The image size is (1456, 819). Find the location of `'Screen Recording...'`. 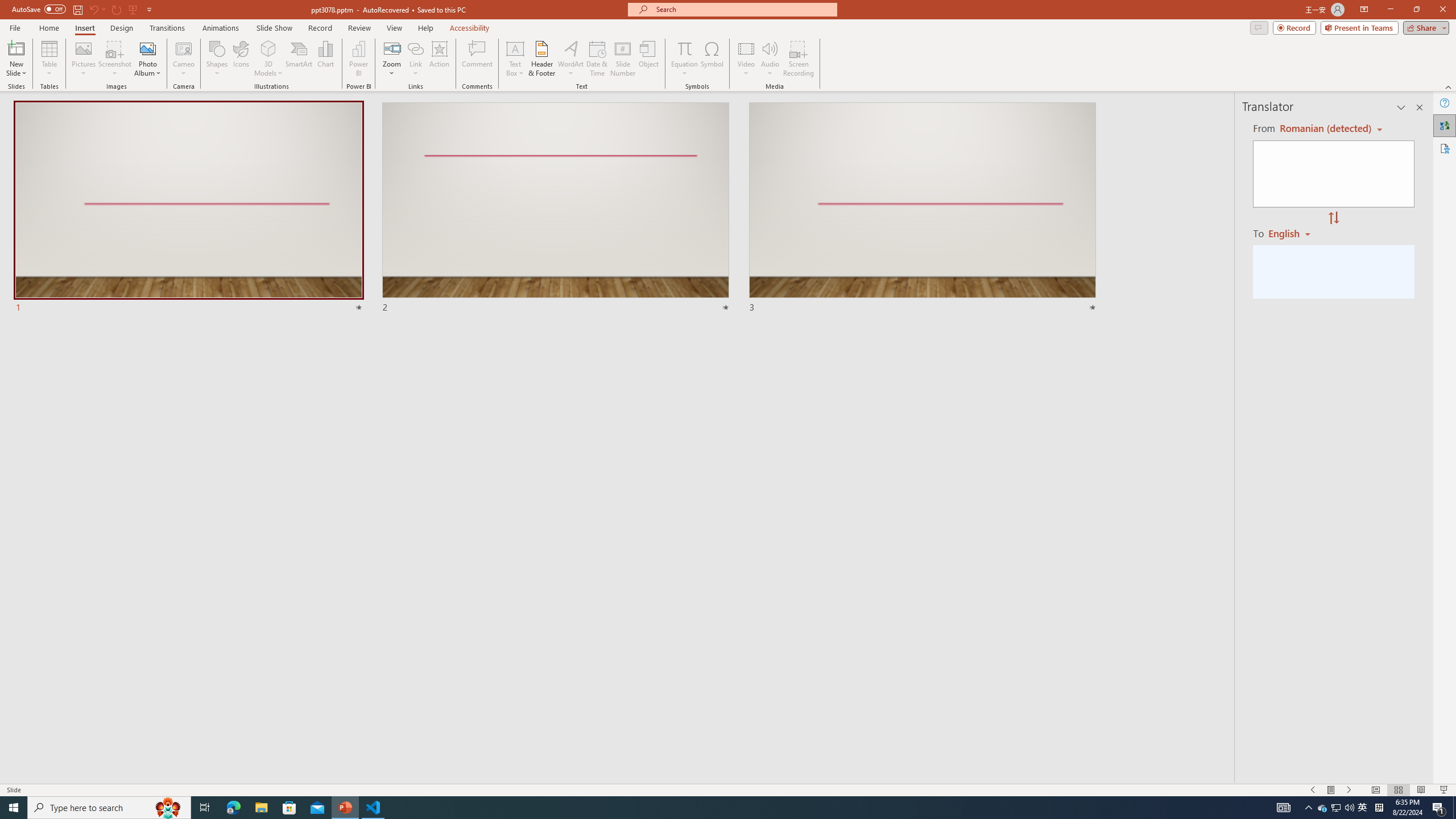

'Screen Recording...' is located at coordinates (798, 59).